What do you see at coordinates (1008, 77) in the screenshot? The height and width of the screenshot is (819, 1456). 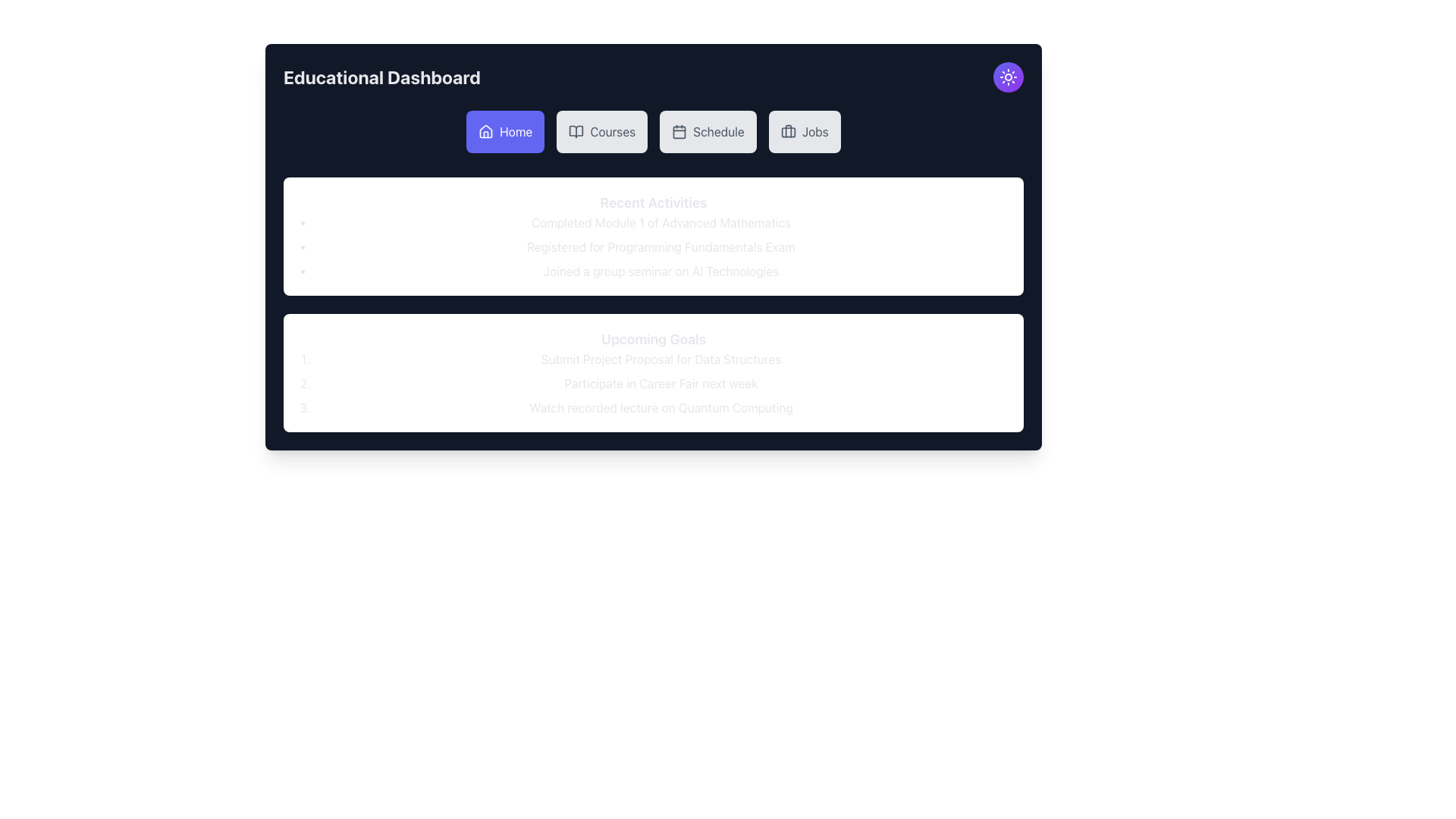 I see `the light settings icon located in the top-right corner of the interface, which is part of a circular button with a gradient background` at bounding box center [1008, 77].